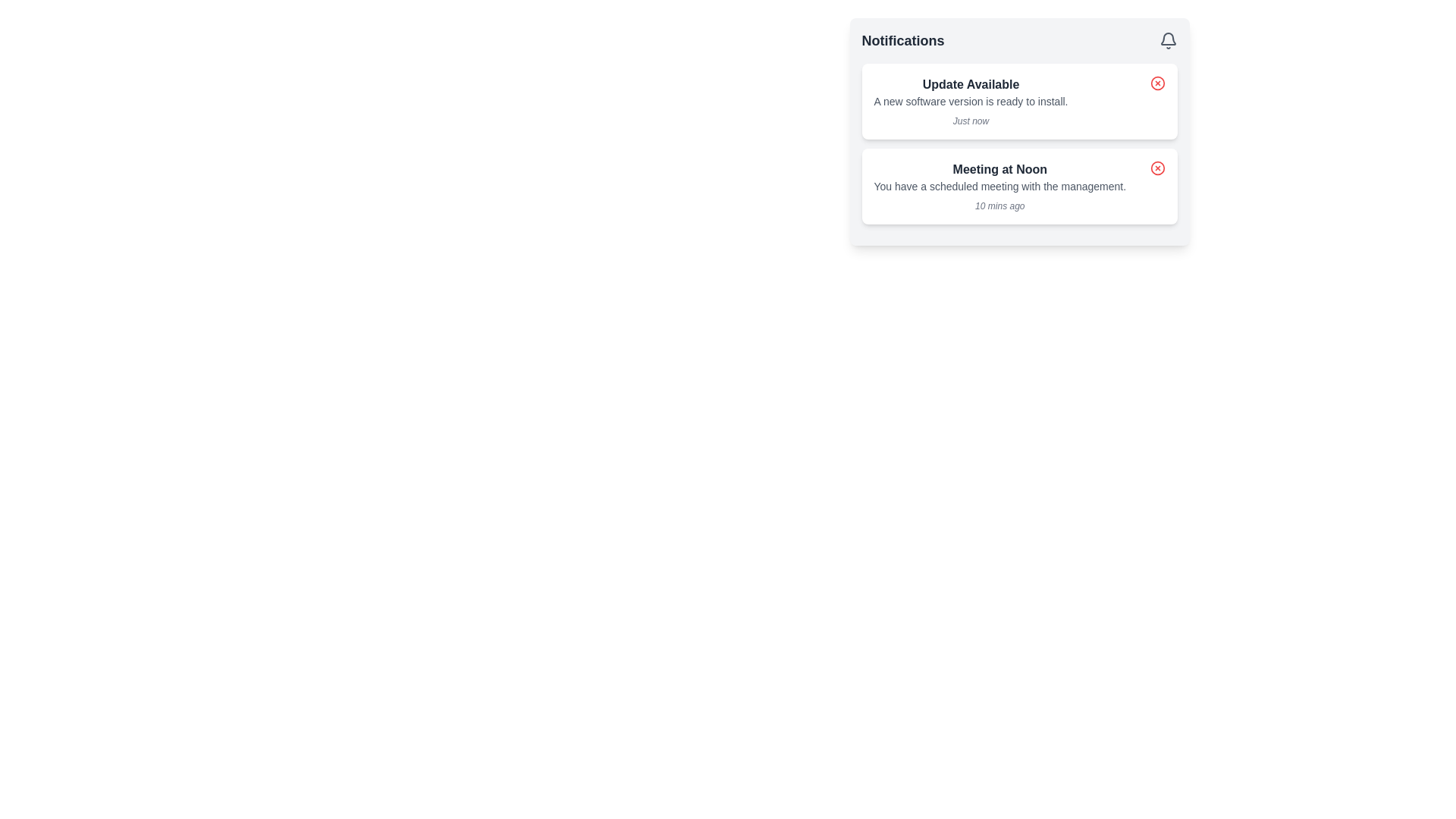 Image resolution: width=1456 pixels, height=819 pixels. I want to click on notification details from the second item in the vertically stacked notification list, located underneath the 'Update Available' notification, so click(999, 186).